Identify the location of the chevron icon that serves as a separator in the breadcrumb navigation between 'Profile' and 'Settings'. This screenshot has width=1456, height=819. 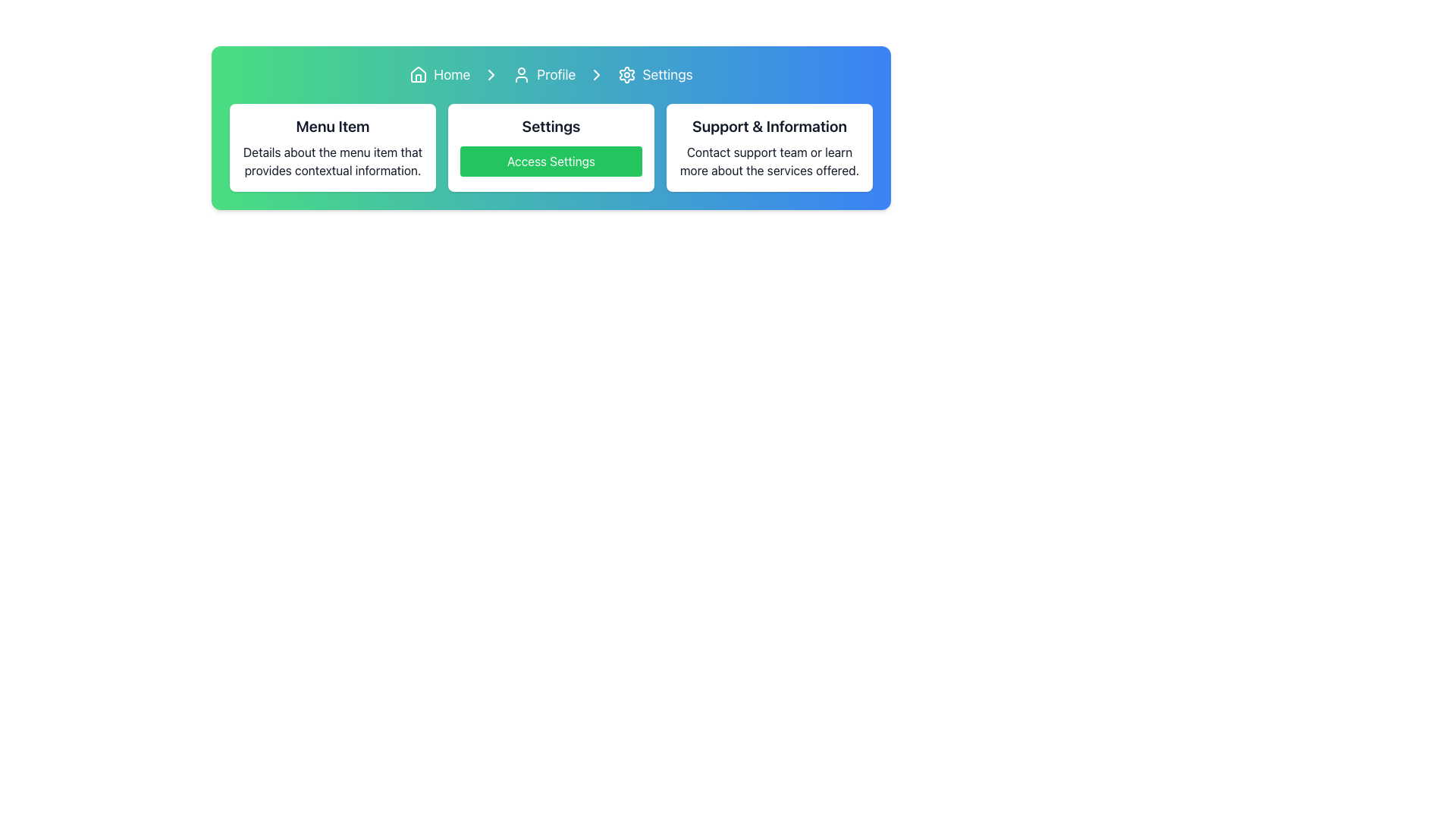
(596, 75).